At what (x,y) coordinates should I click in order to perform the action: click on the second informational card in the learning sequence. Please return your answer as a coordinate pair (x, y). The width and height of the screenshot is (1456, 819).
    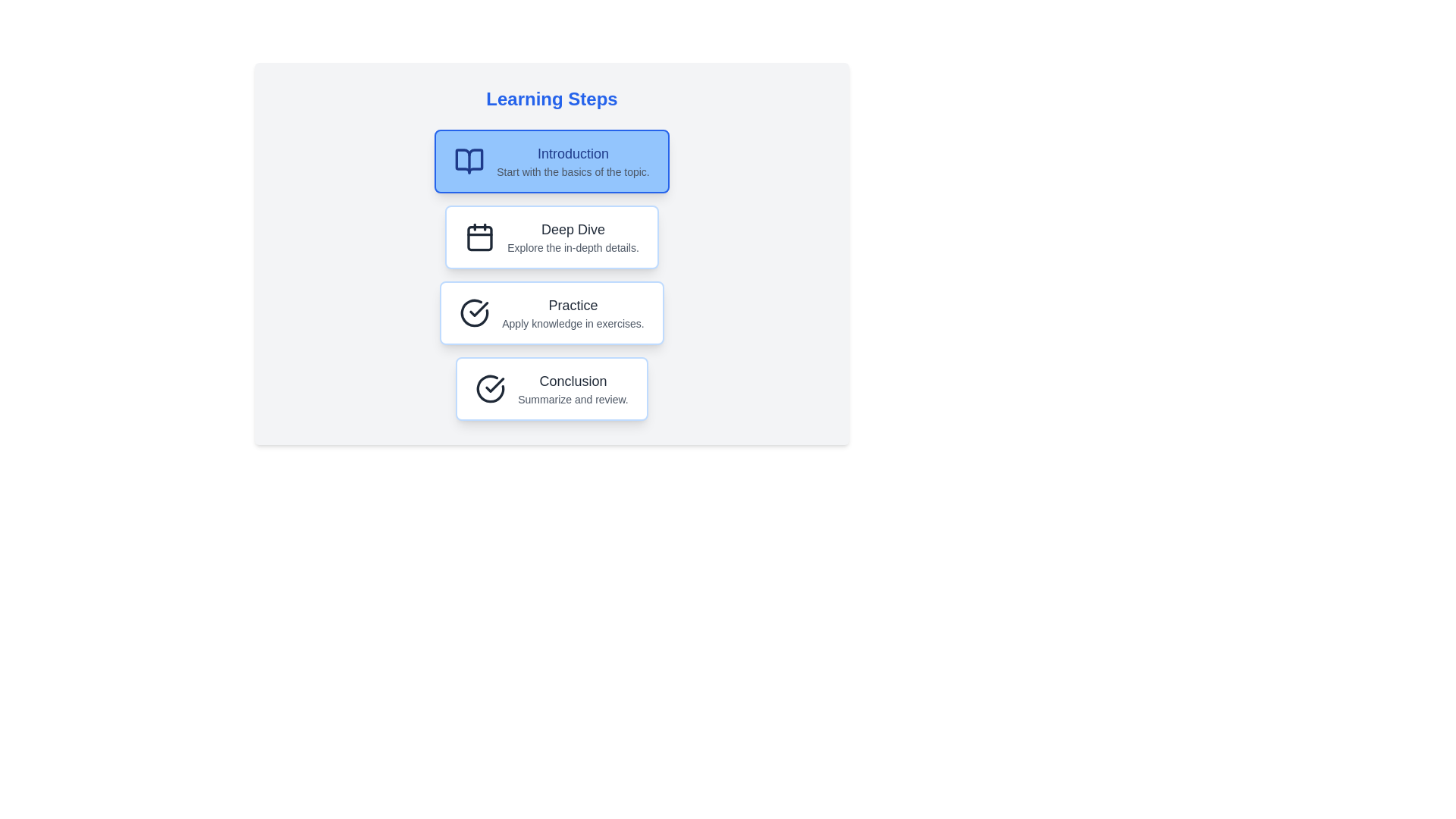
    Looking at the image, I should click on (551, 253).